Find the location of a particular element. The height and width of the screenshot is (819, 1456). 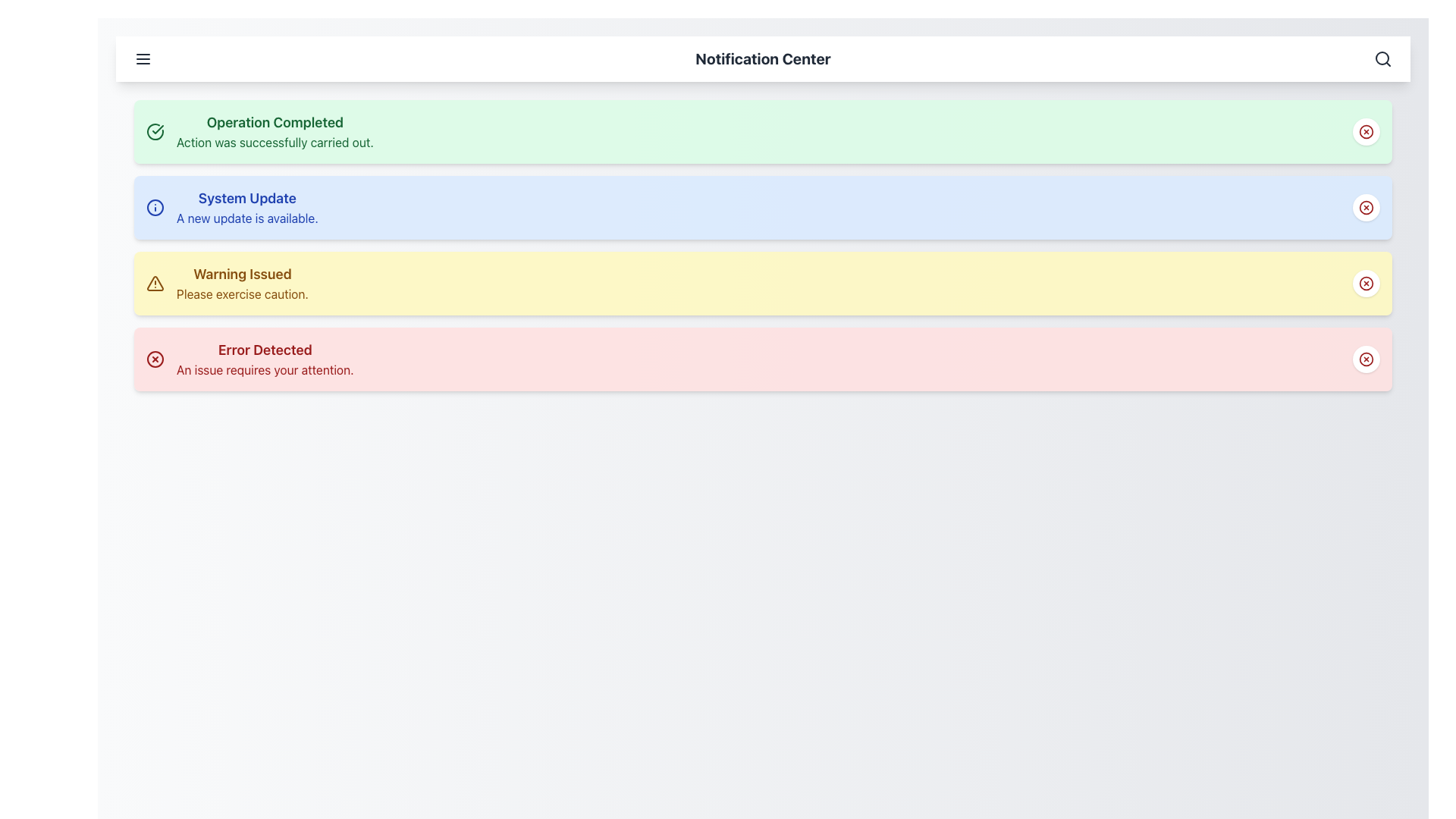

the triangular warning icon with an exclamation mark, located in the yellow notification strip labeled 'Warning Issued, Please exercise caution.' is located at coordinates (155, 284).